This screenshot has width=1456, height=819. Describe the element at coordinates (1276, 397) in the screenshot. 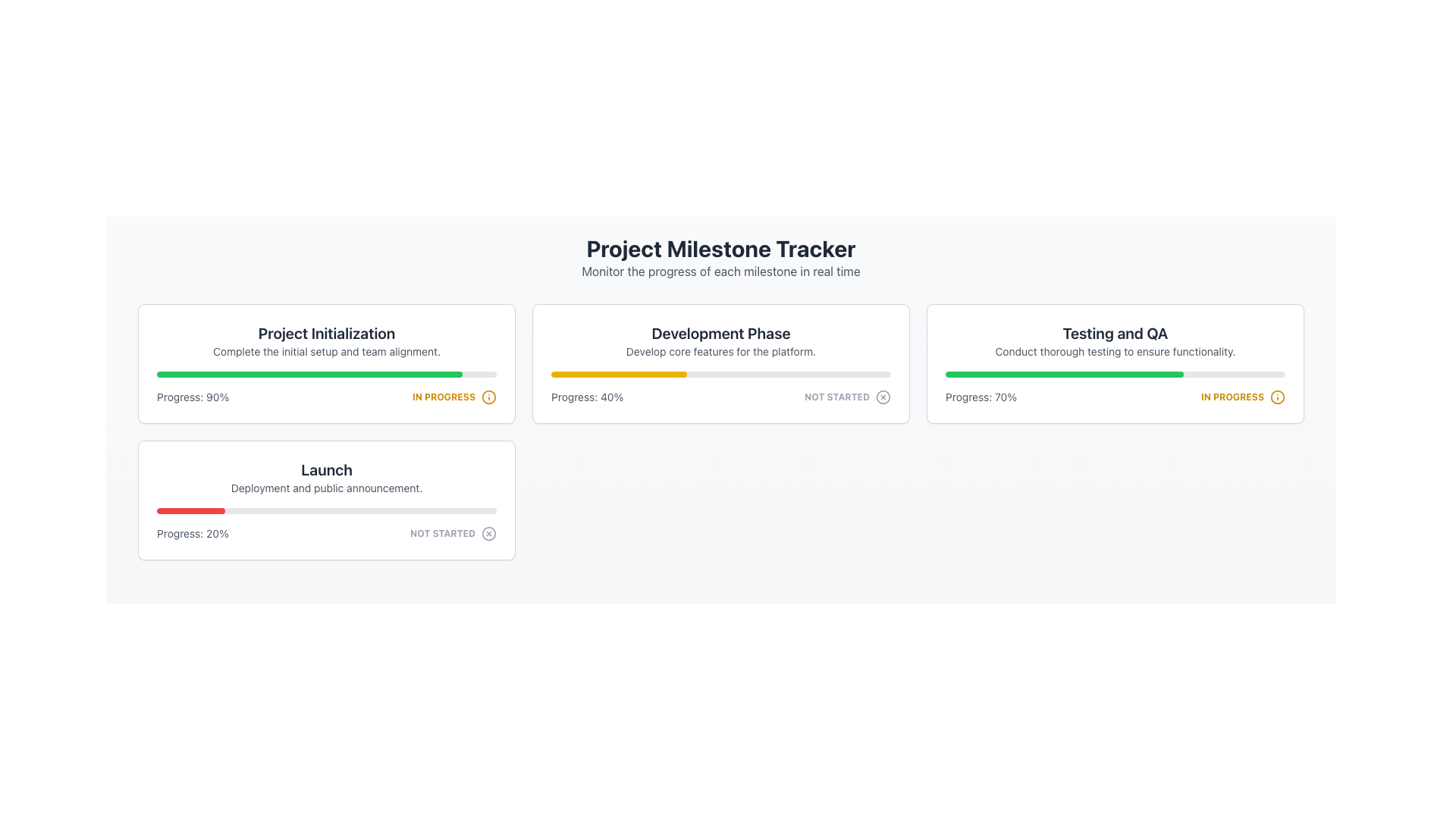

I see `the icon located in the bottom-right corner of the 'Testing and QA' card` at that location.